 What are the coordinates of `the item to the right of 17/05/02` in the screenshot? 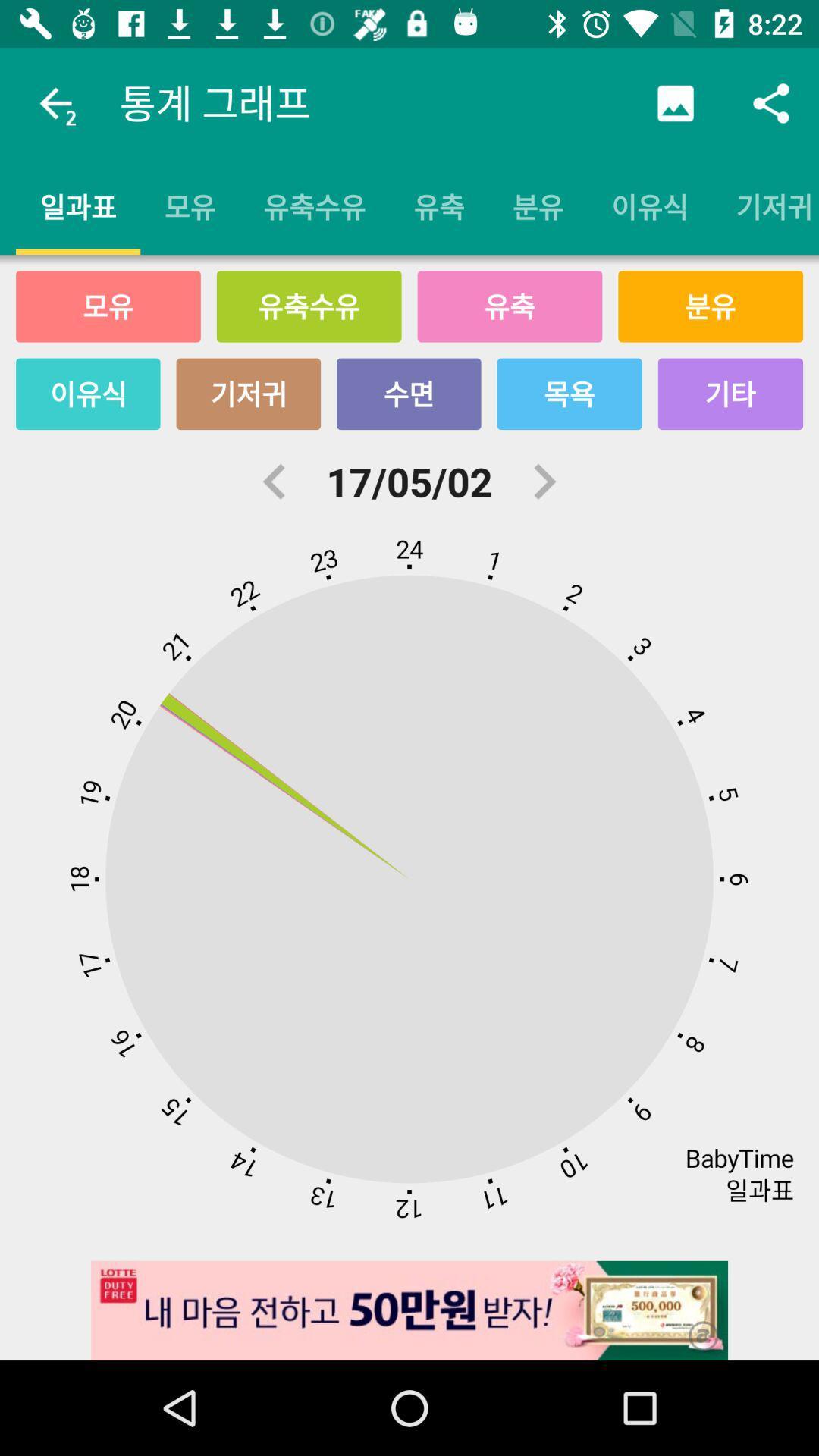 It's located at (543, 481).